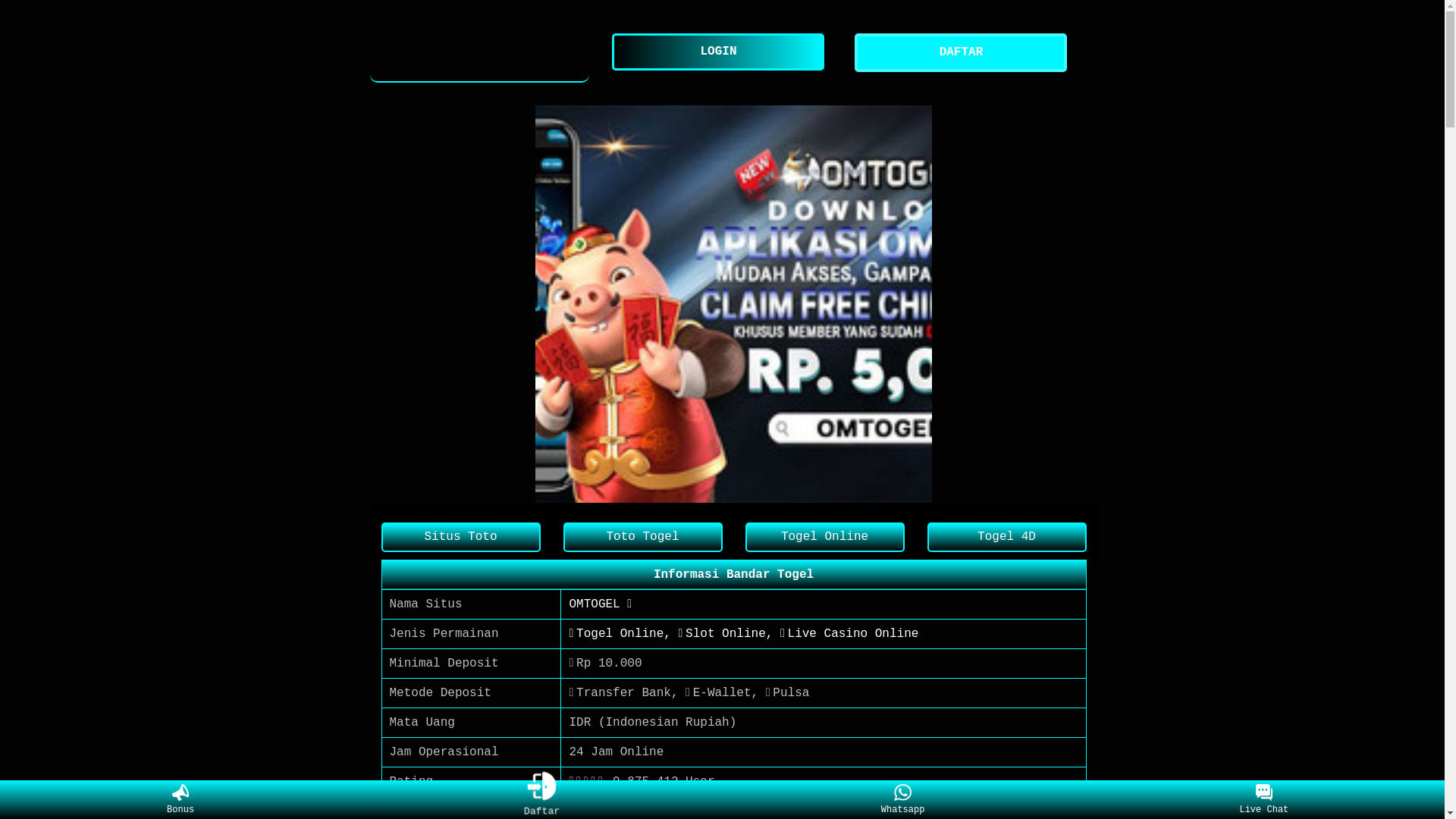  I want to click on 'Previous item in carousel (1 of 1)', so click(393, 303).